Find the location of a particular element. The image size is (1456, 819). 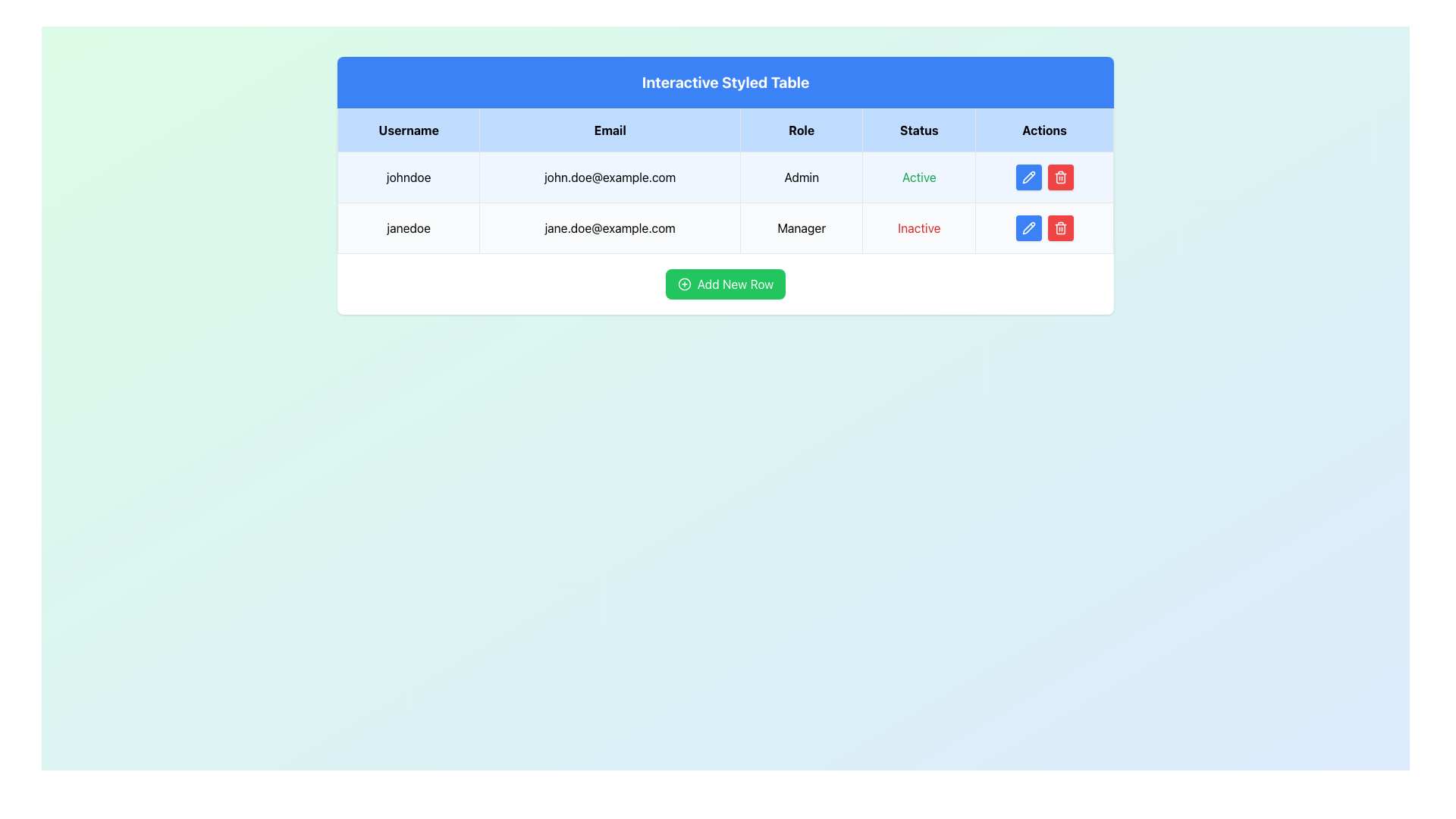

the pencil icon in the Actions column of the second row of the table is located at coordinates (1028, 177).